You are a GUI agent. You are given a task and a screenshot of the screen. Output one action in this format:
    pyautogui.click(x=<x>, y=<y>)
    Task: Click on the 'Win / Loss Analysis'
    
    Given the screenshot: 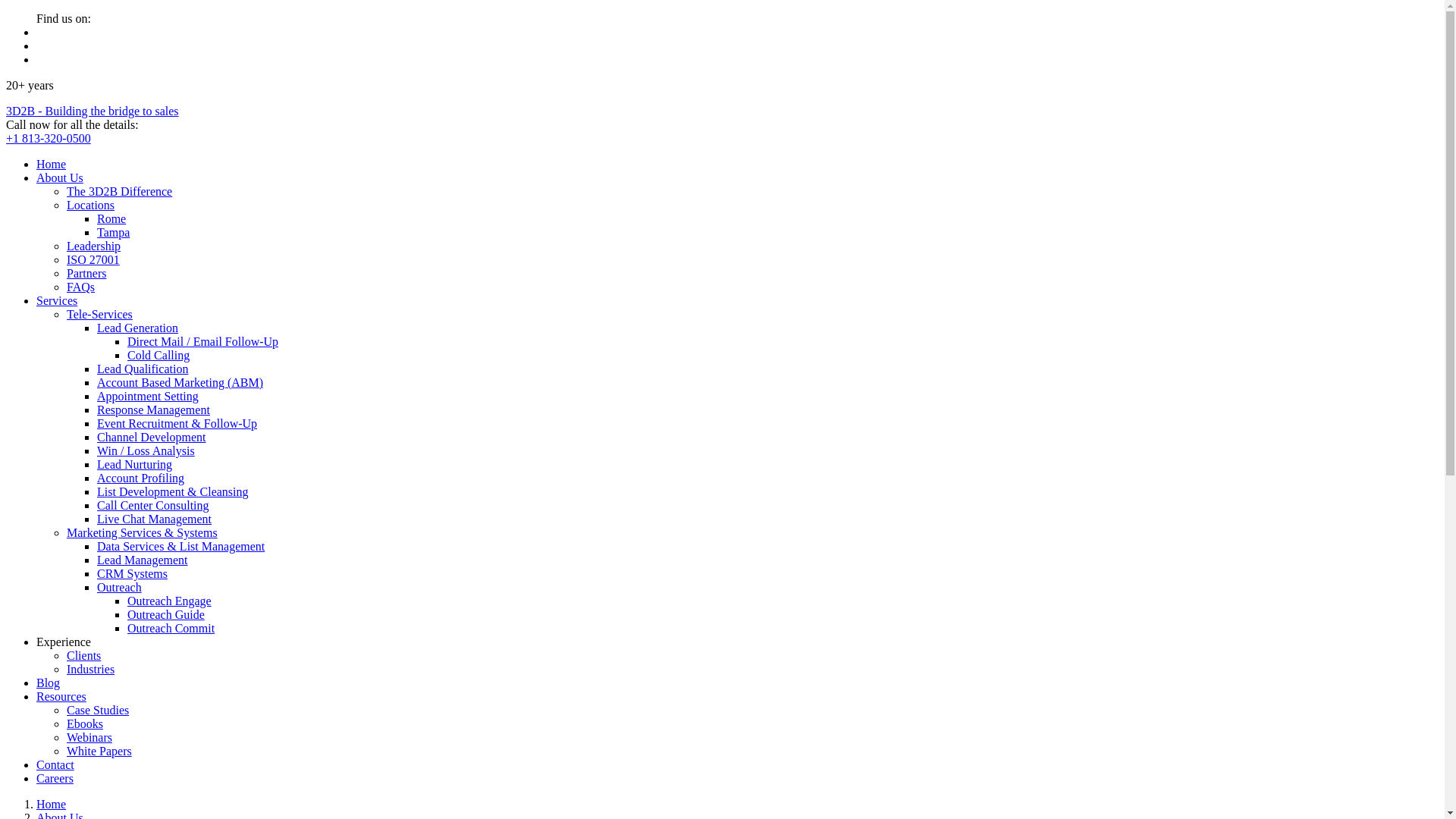 What is the action you would take?
    pyautogui.click(x=146, y=450)
    